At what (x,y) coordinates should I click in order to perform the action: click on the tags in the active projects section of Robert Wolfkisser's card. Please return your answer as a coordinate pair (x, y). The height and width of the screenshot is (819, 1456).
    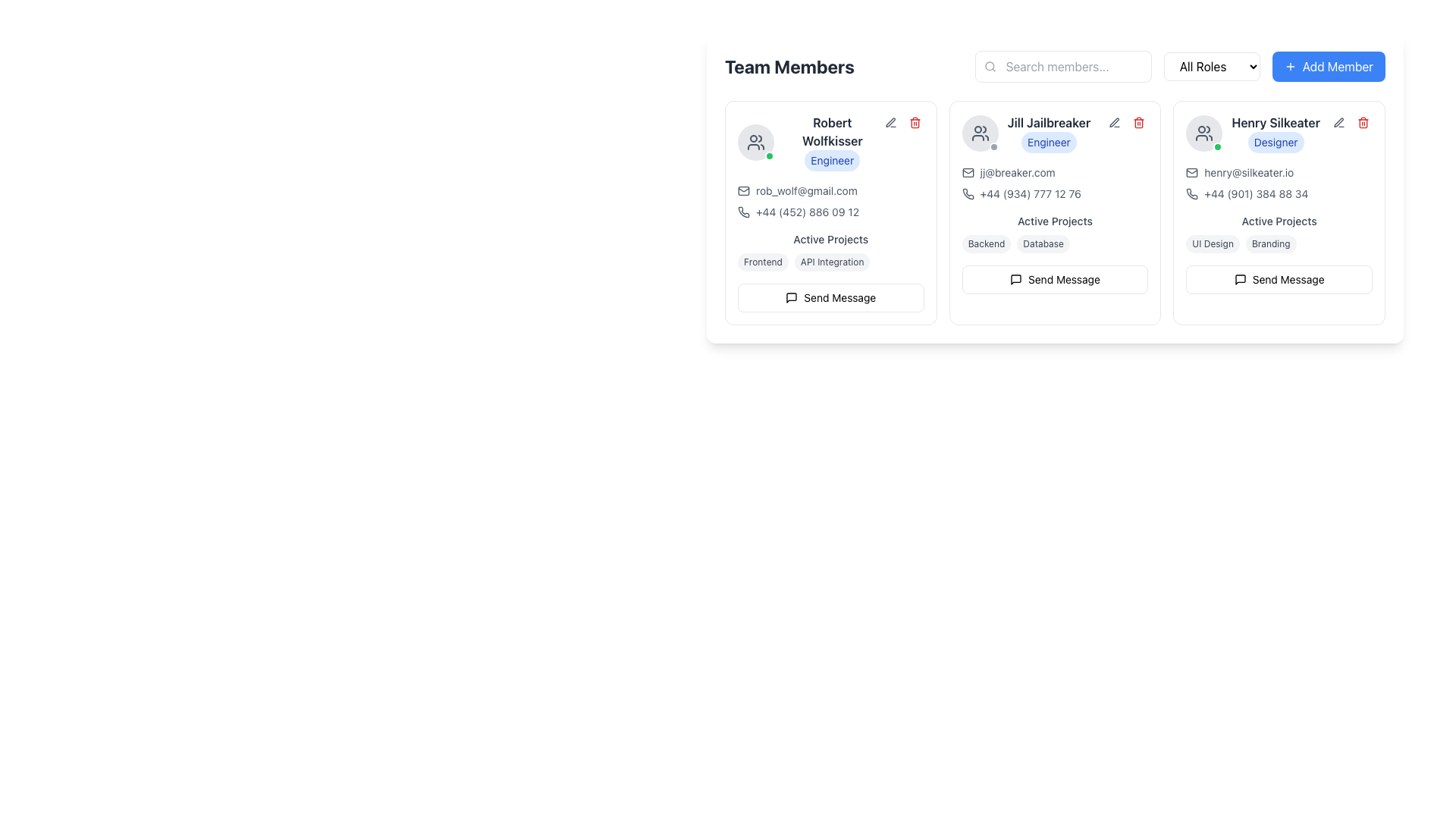
    Looking at the image, I should click on (830, 250).